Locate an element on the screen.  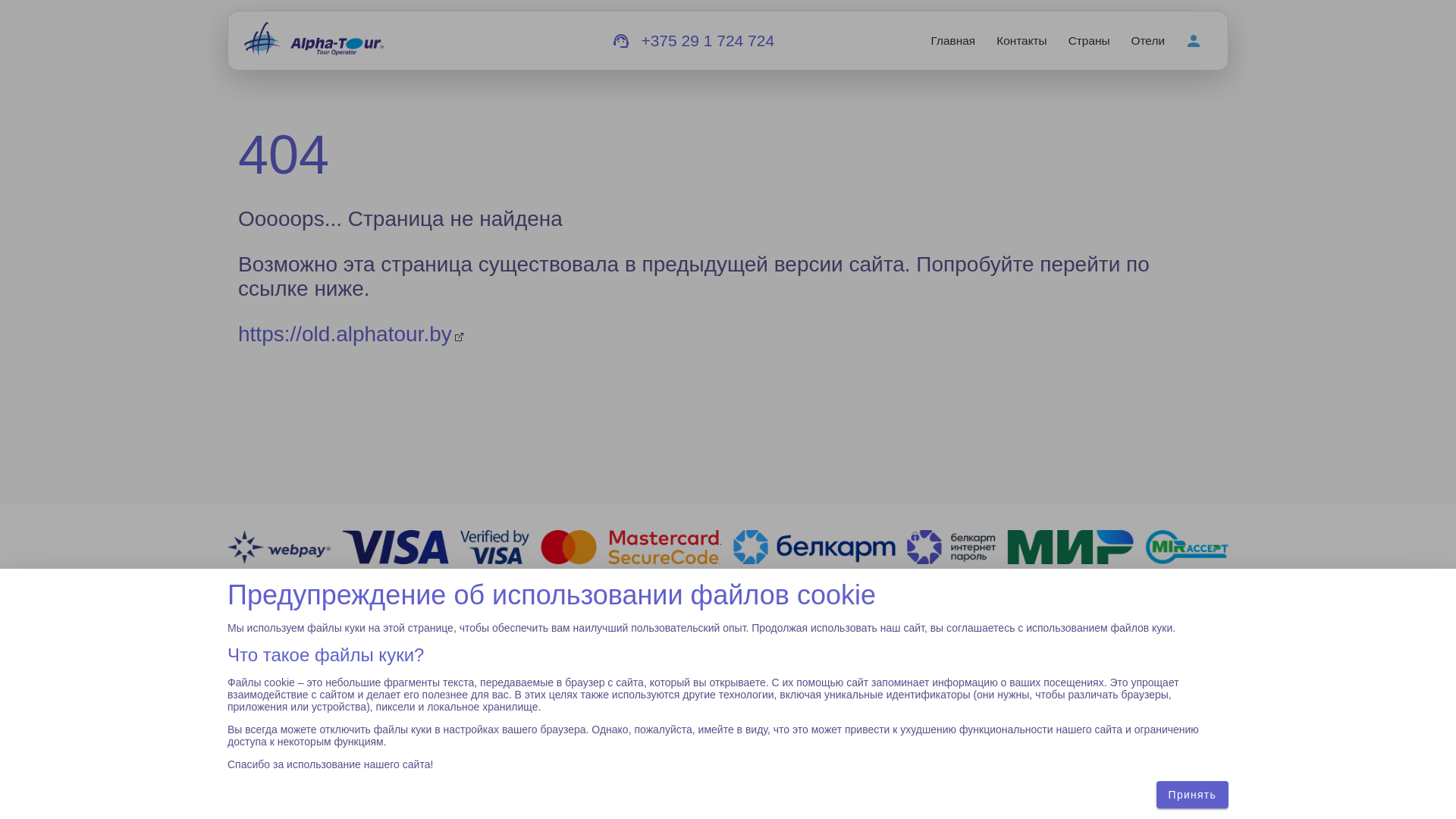
'zakaz@alphatour.by' is located at coordinates (297, 695).